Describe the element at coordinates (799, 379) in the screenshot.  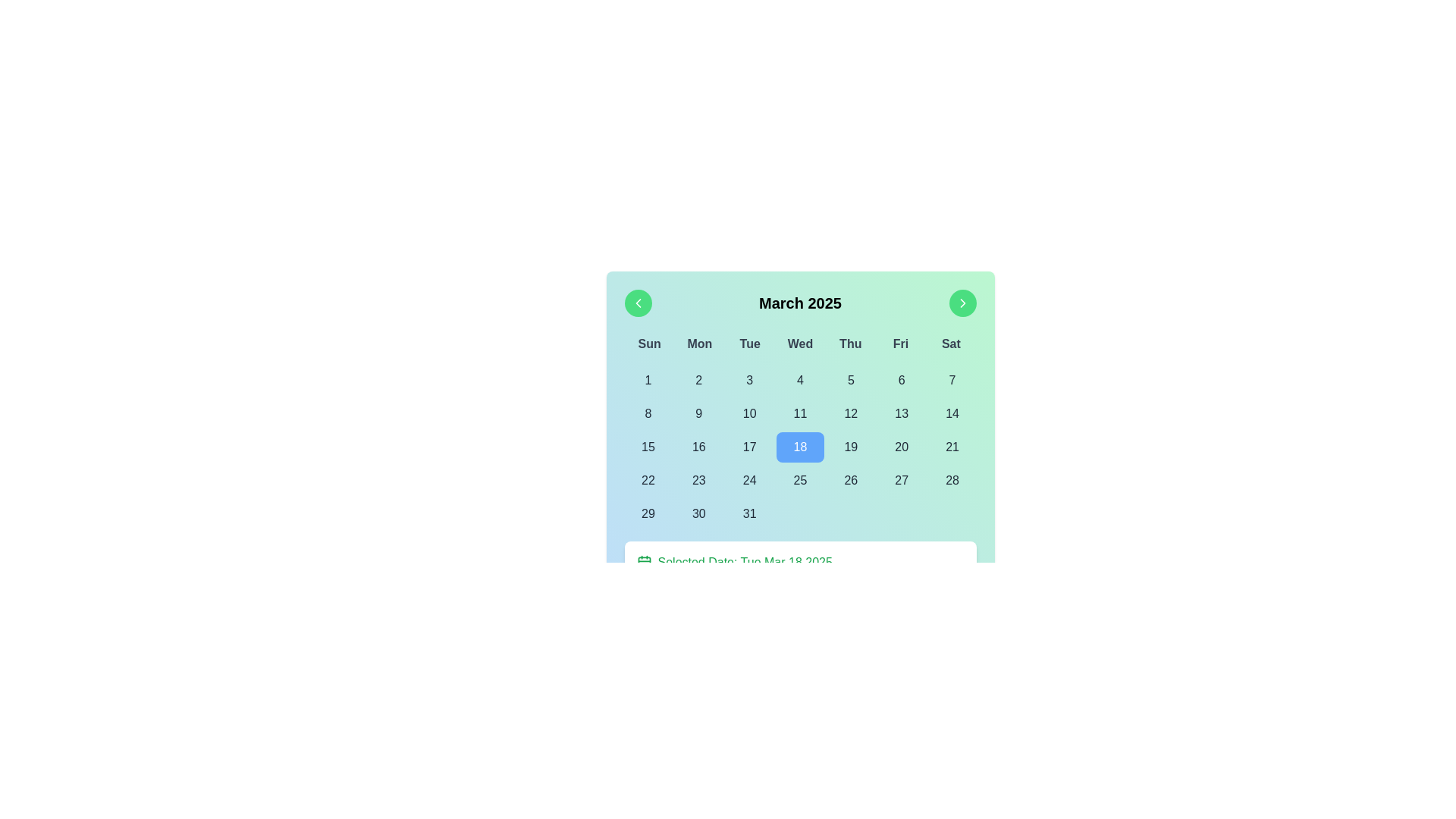
I see `the date cell button representing 'Wednesday, March 4th, 2025' in the calendar grid` at that location.